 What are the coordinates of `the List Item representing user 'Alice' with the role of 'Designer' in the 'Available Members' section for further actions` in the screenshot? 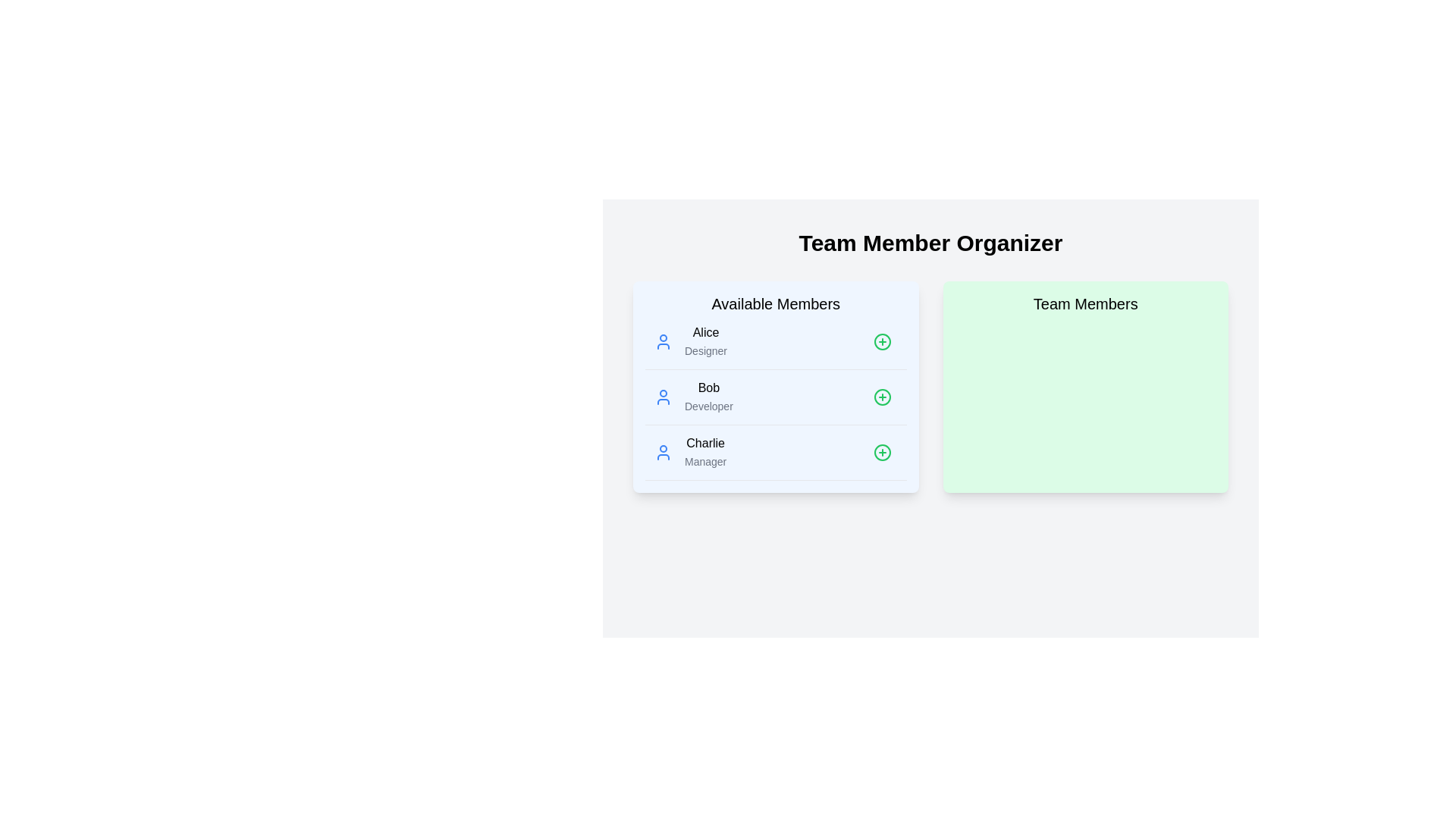 It's located at (690, 342).